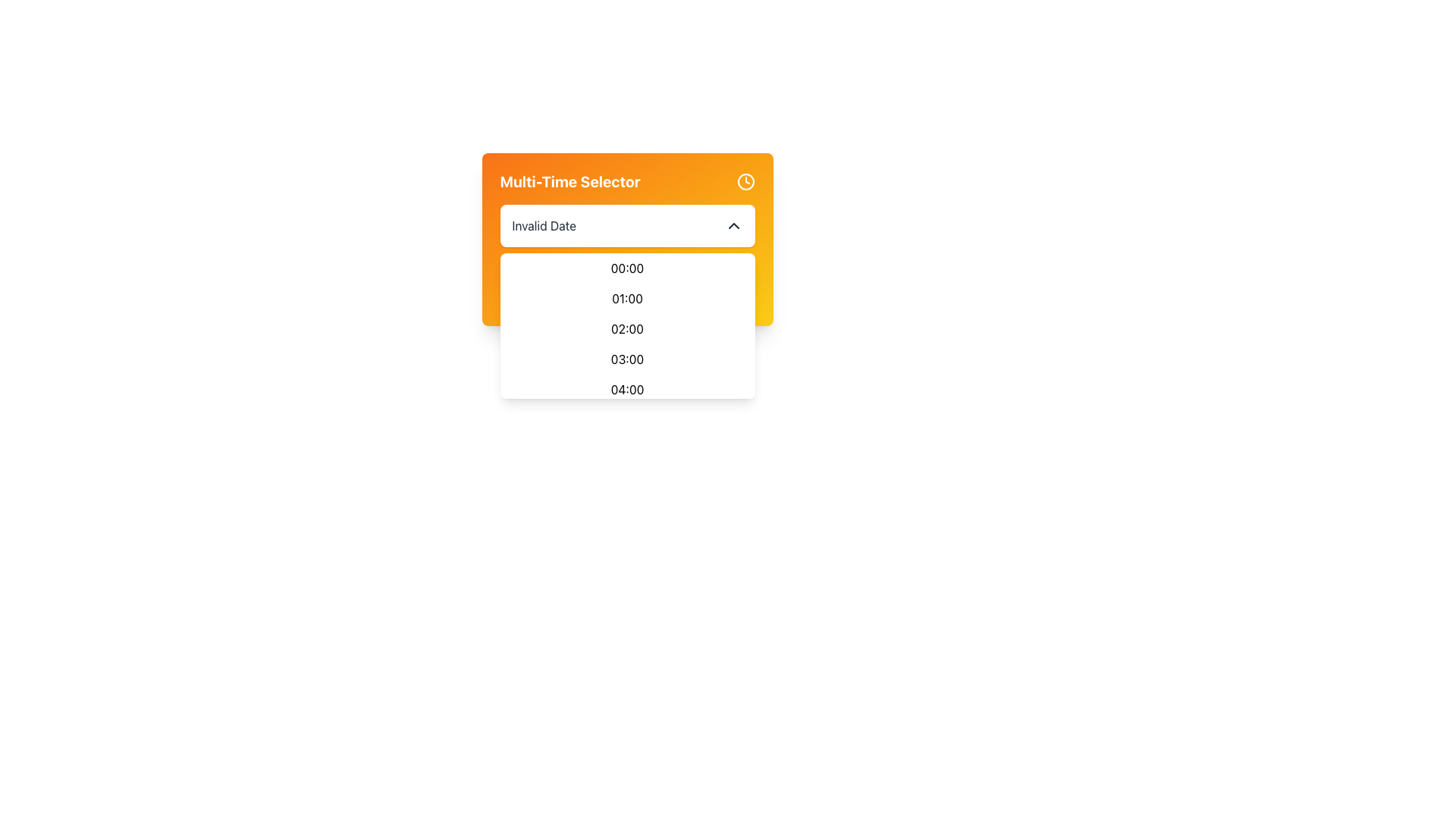 The height and width of the screenshot is (819, 1456). Describe the element at coordinates (627, 328) in the screenshot. I see `the text item '02:00' in the dropdown menu` at that location.